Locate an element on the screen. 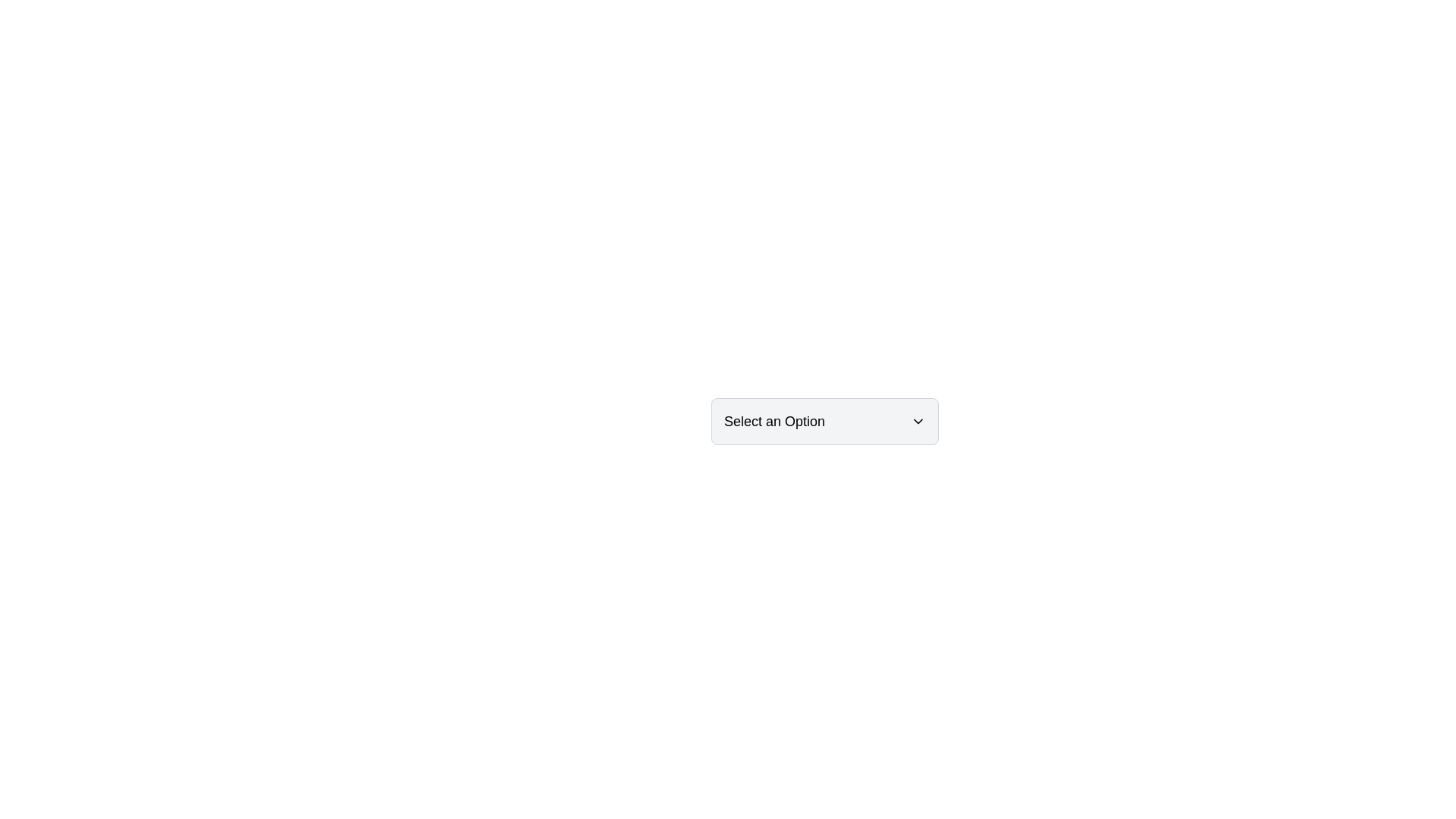 The image size is (1456, 819). the dropdown menu button labeled 'Select an Option' is located at coordinates (824, 421).